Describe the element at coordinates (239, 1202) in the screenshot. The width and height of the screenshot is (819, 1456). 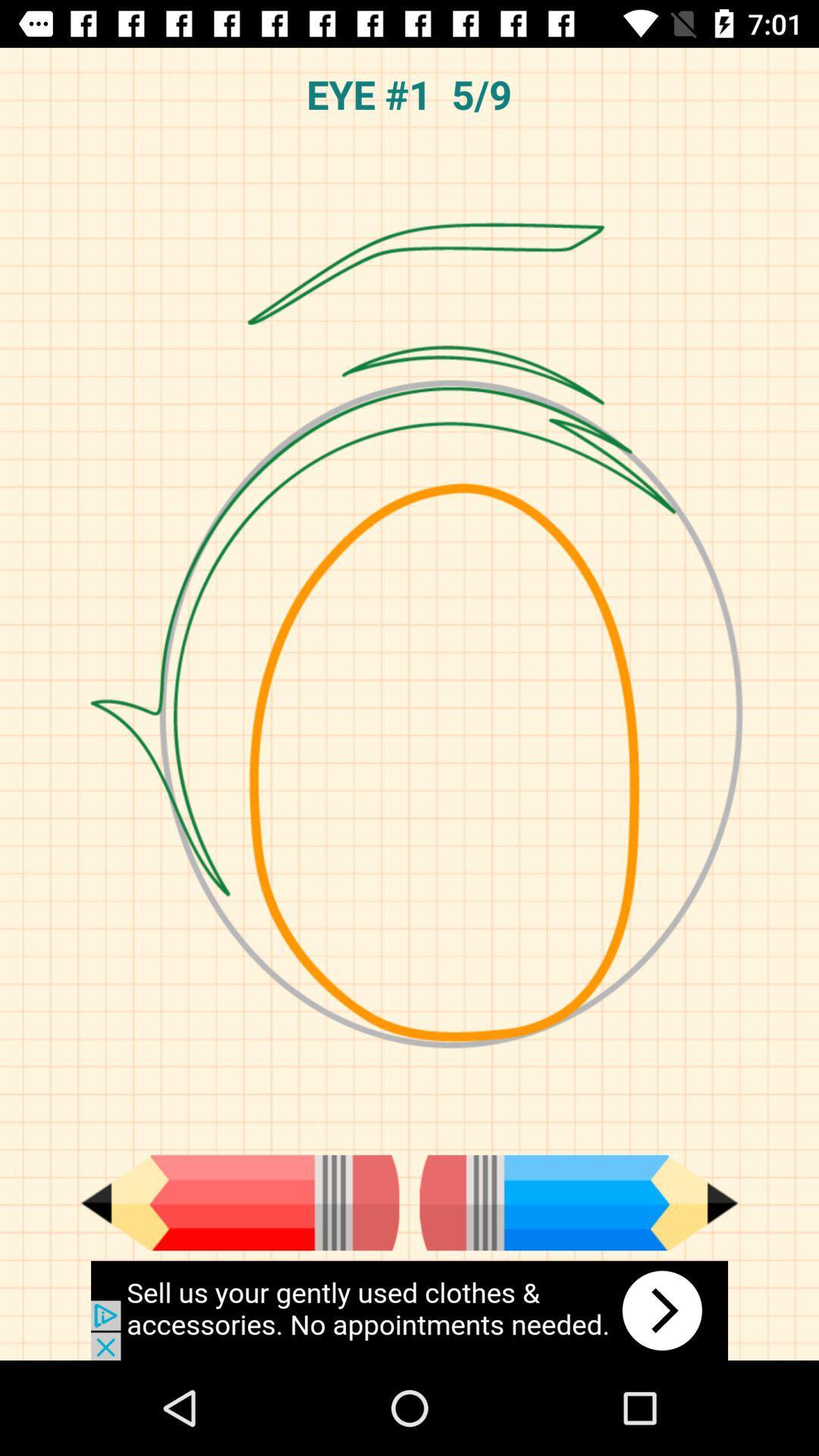
I see `previous color` at that location.